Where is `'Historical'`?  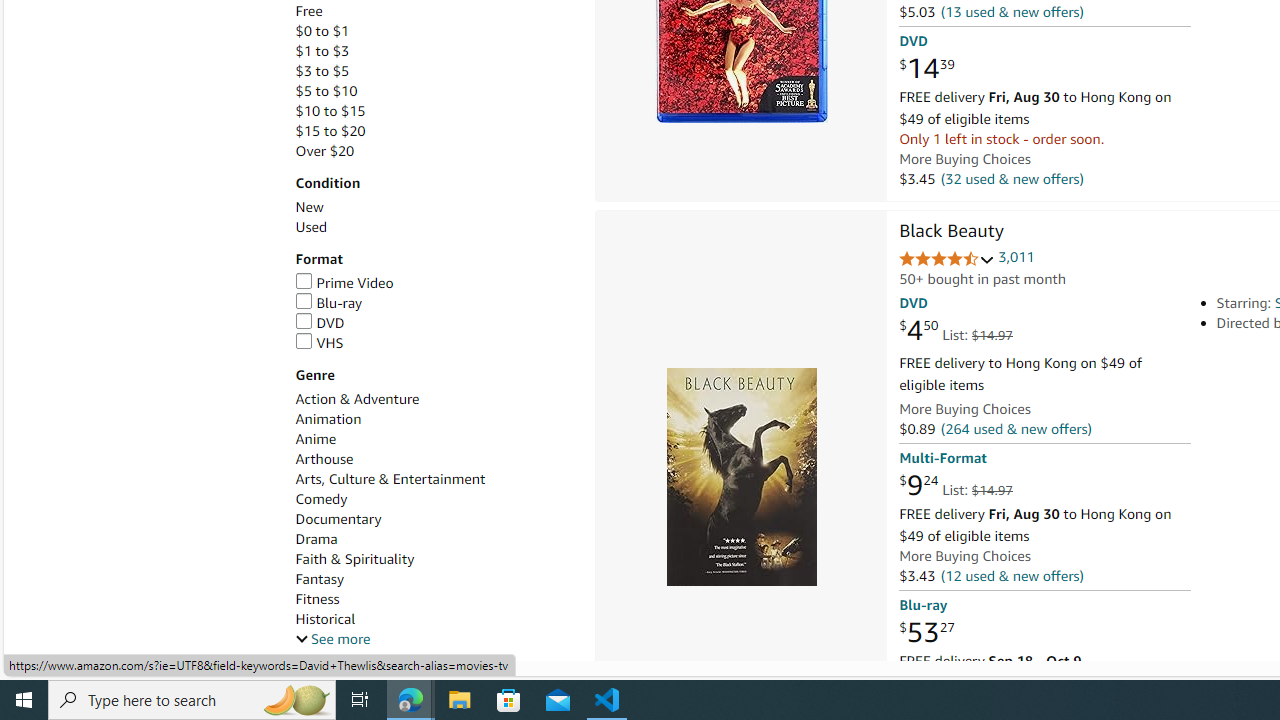 'Historical' is located at coordinates (325, 618).